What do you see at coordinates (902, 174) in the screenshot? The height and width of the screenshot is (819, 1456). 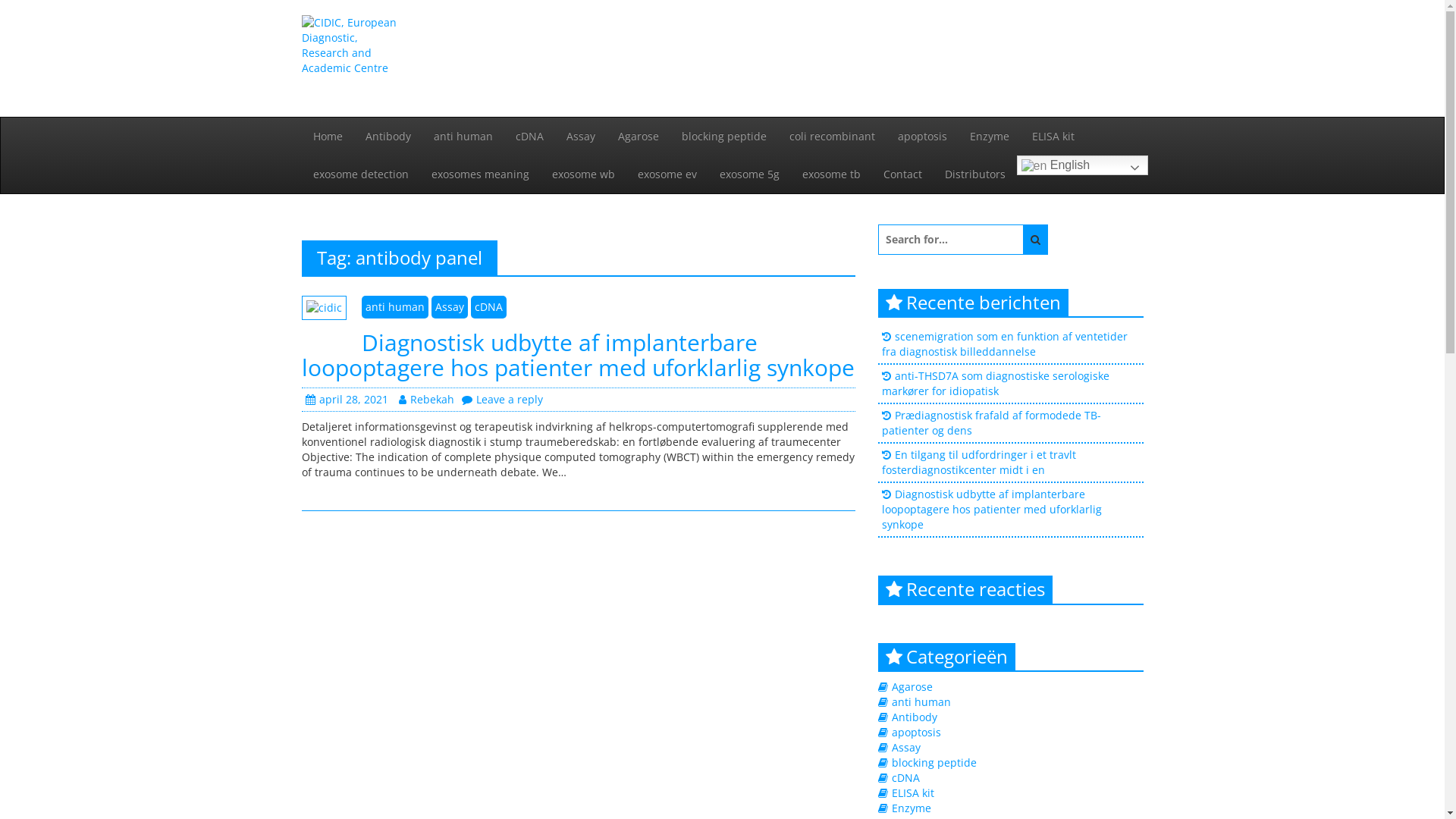 I see `'Contact'` at bounding box center [902, 174].